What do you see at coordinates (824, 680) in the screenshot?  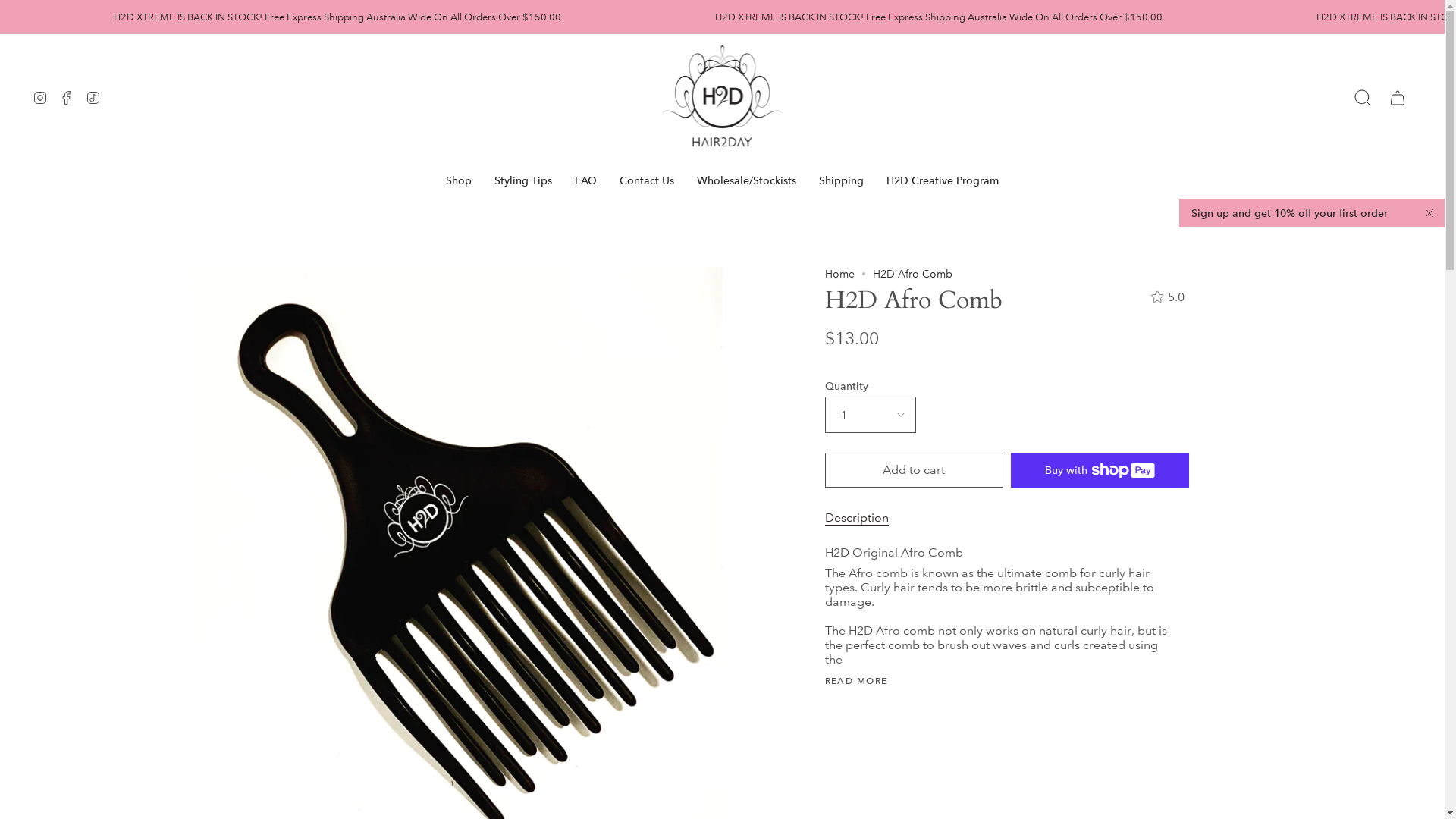 I see `'READ MORE'` at bounding box center [824, 680].